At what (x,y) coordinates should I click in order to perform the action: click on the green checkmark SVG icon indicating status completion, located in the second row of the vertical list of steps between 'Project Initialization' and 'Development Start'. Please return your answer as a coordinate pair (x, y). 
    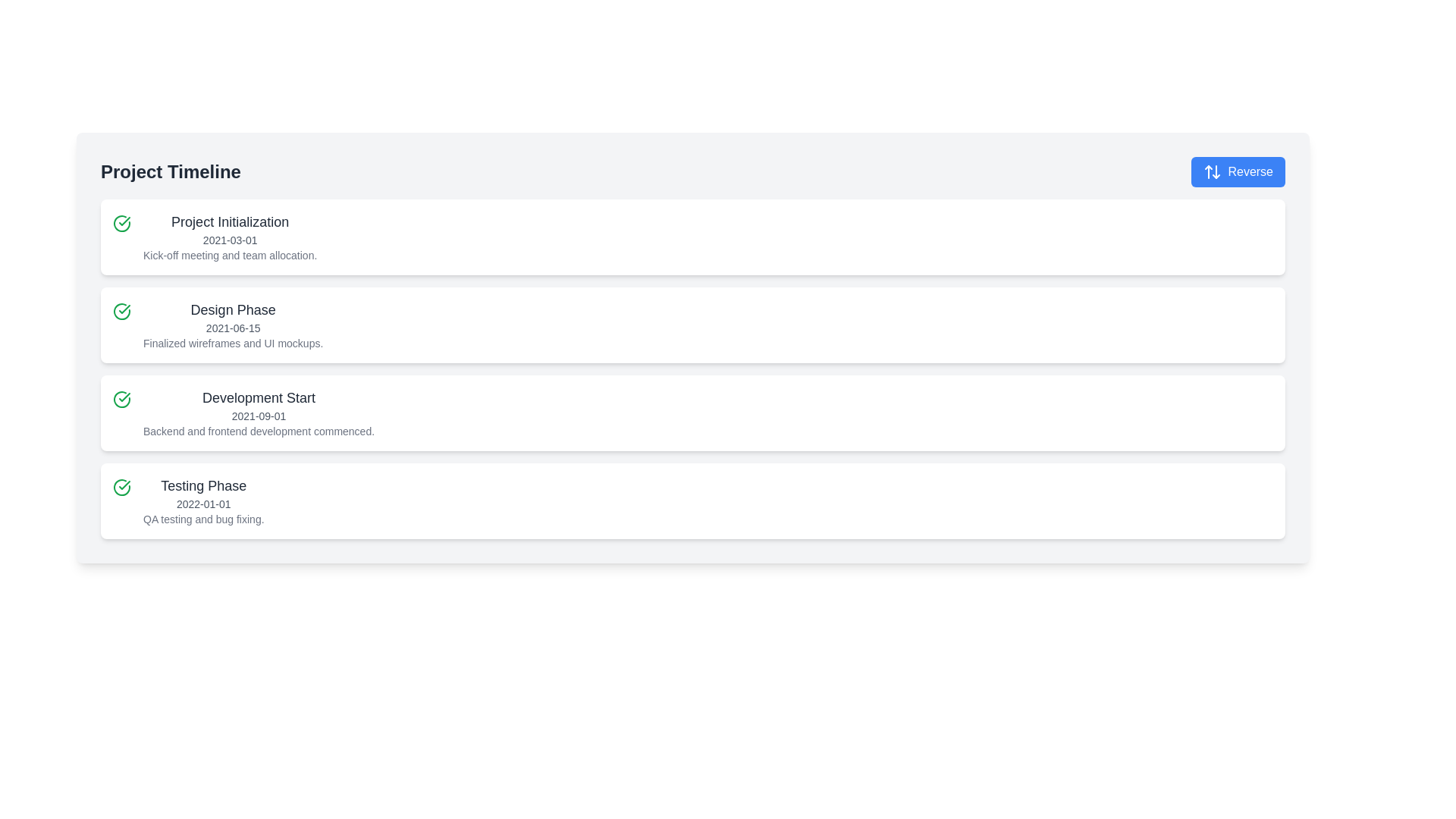
    Looking at the image, I should click on (124, 221).